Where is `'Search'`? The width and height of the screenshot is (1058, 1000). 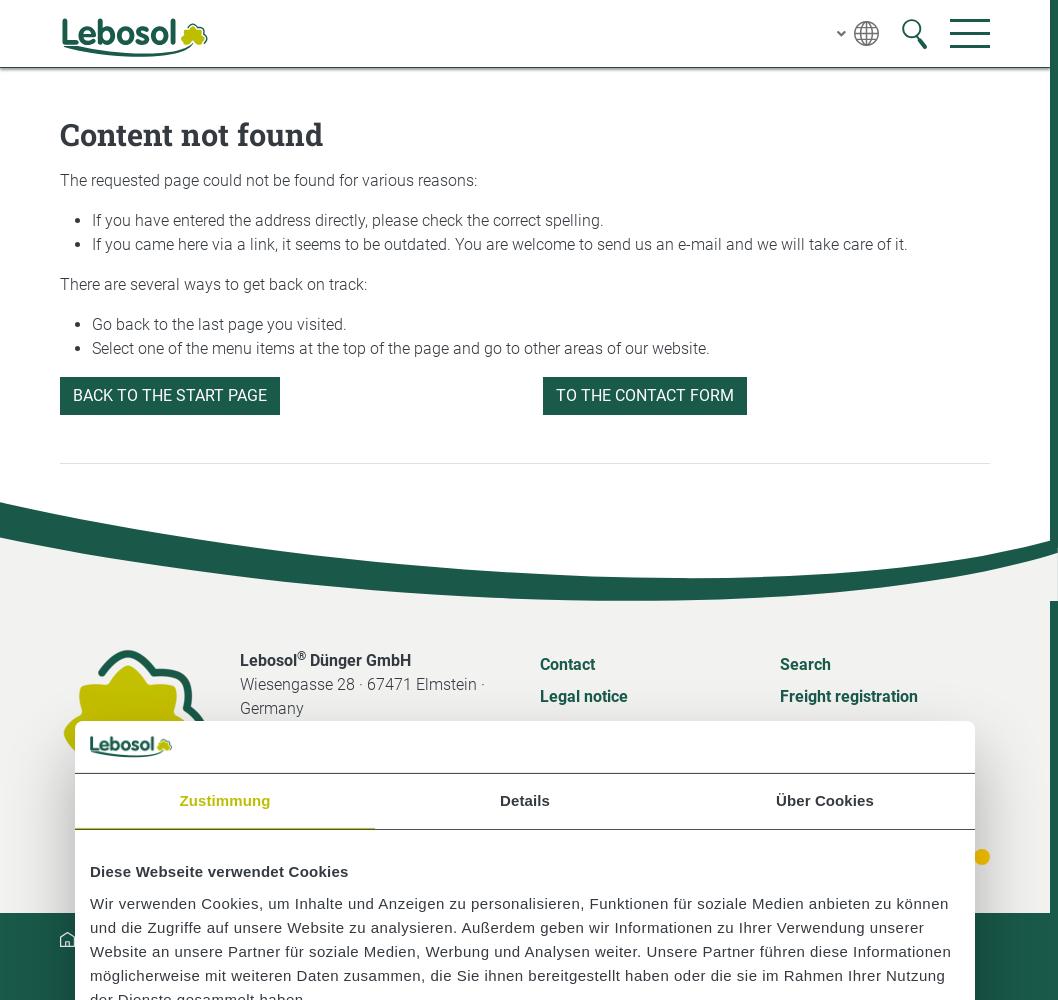
'Search' is located at coordinates (804, 664).